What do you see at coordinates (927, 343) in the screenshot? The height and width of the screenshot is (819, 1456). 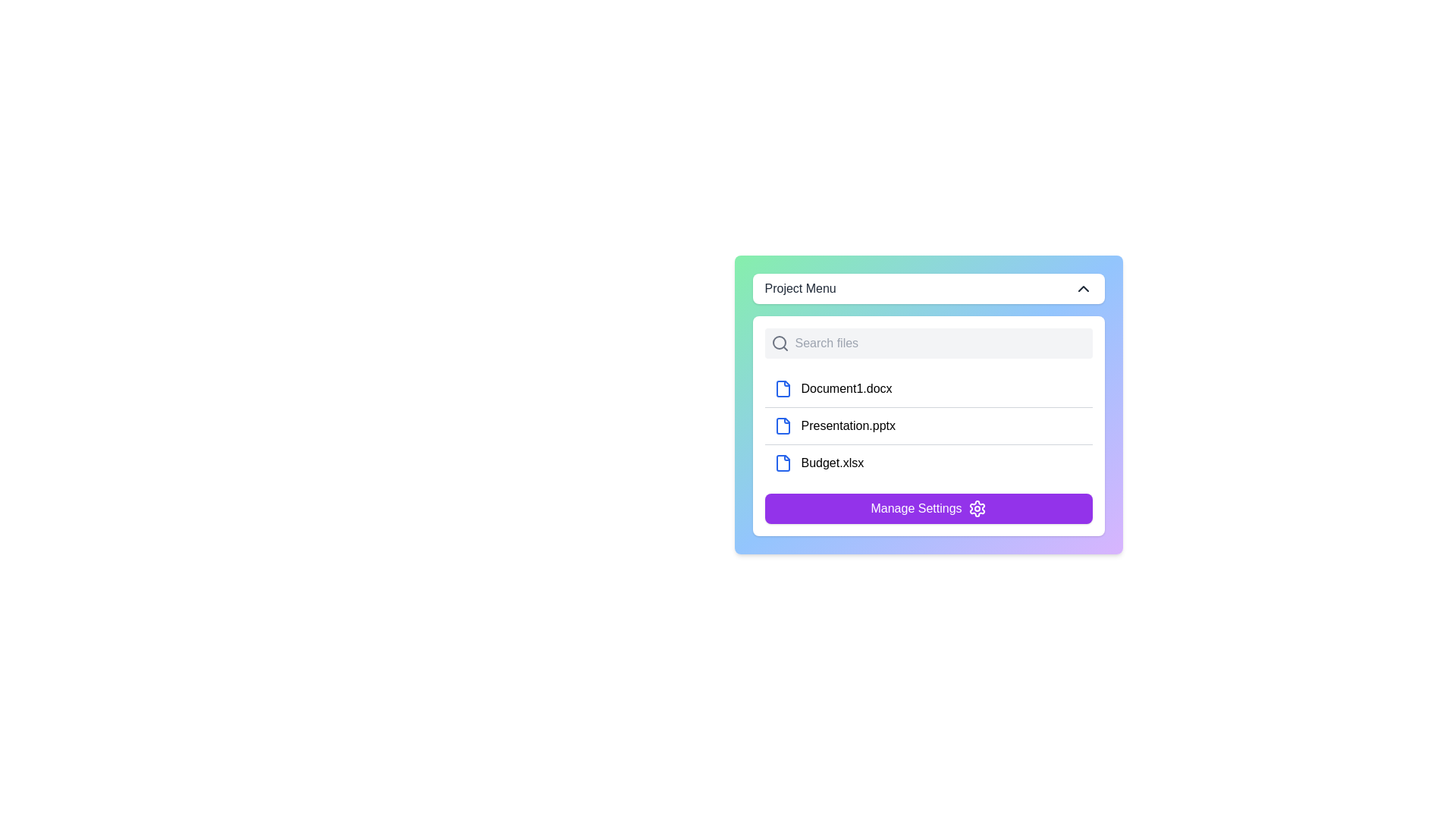 I see `the search field located at the top of the card-like interface, which is used for filtering items in the list below it` at bounding box center [927, 343].